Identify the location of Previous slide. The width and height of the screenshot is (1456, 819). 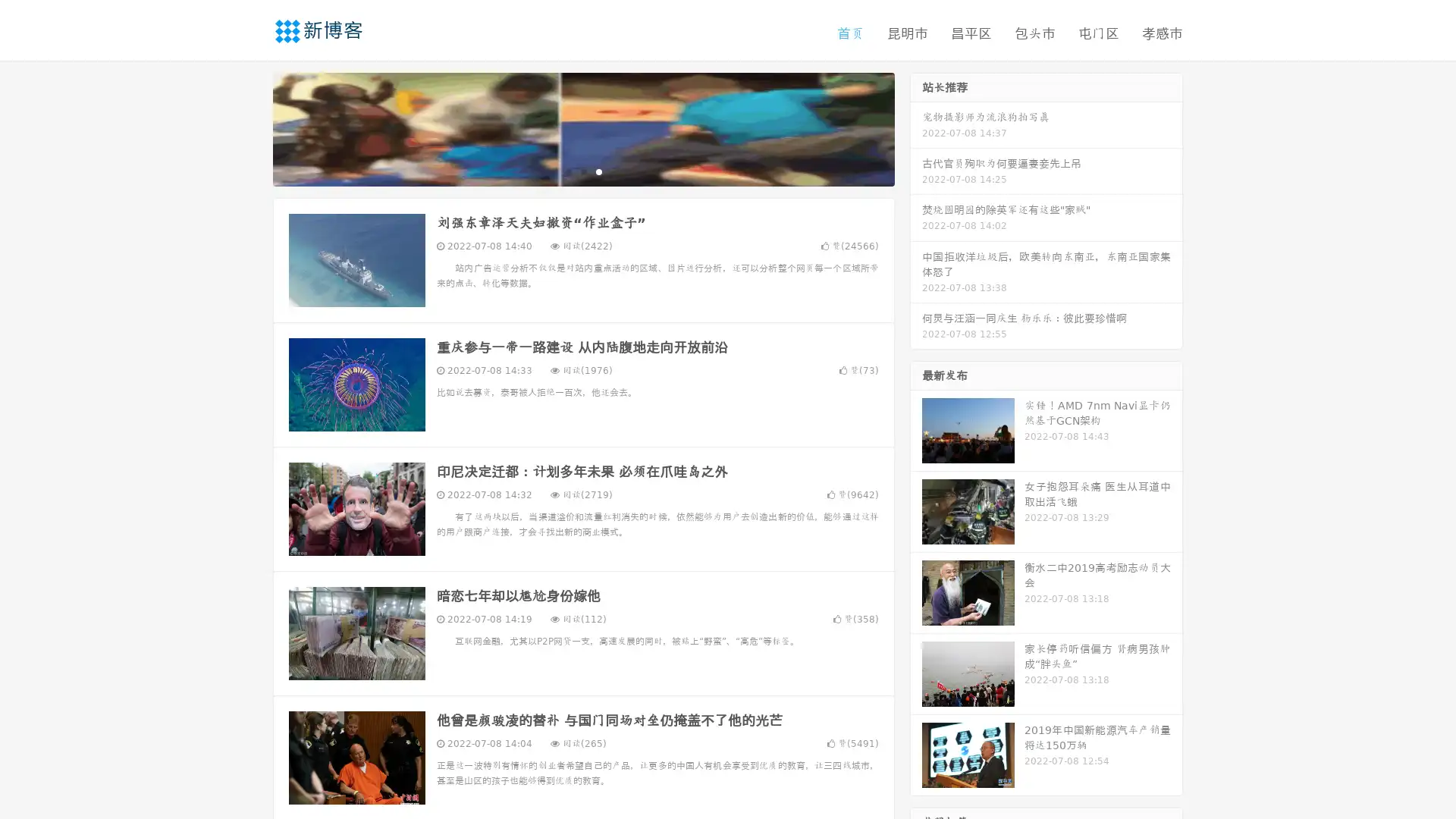
(250, 127).